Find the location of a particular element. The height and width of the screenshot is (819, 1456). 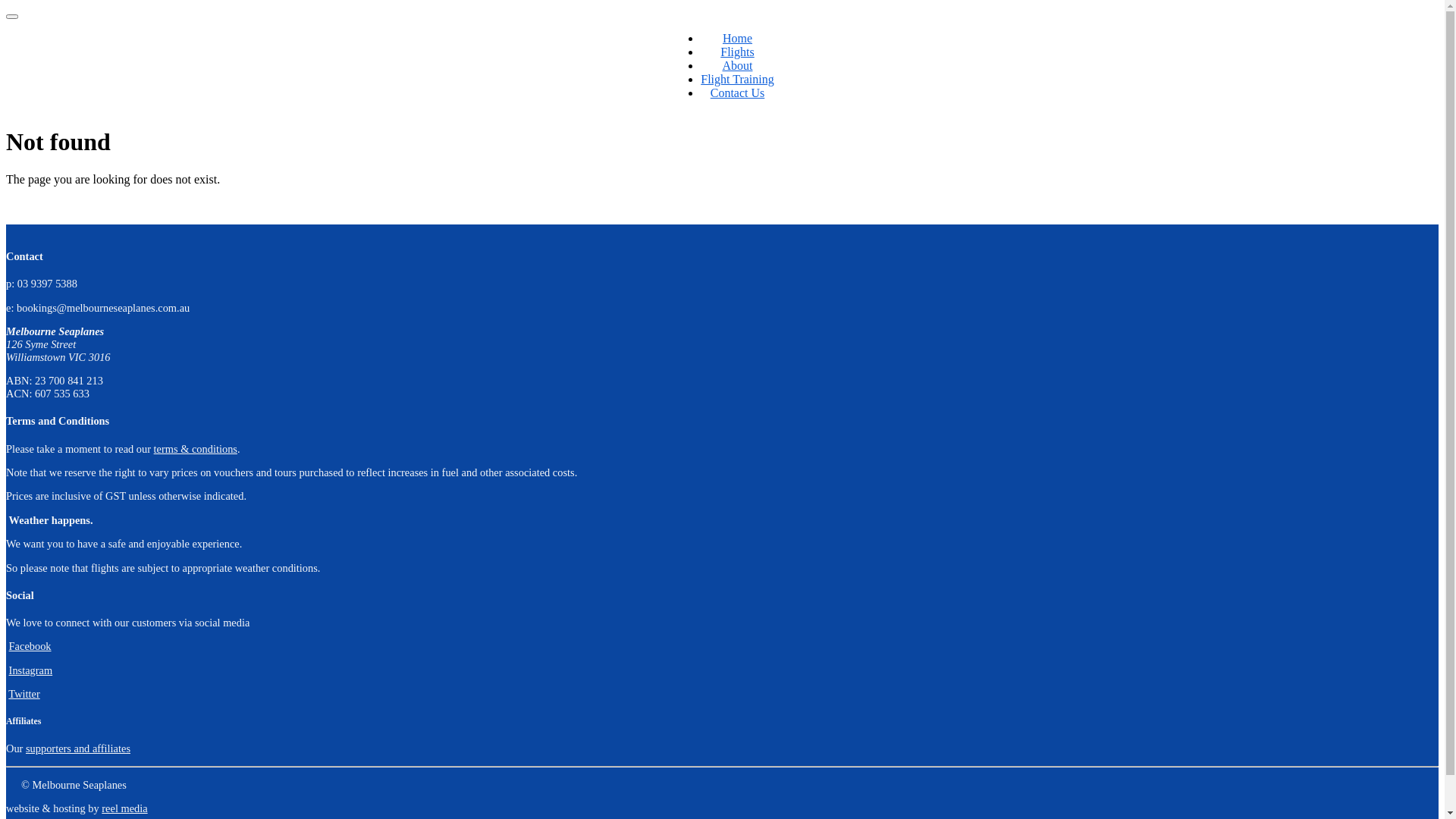

'Flights' is located at coordinates (736, 51).